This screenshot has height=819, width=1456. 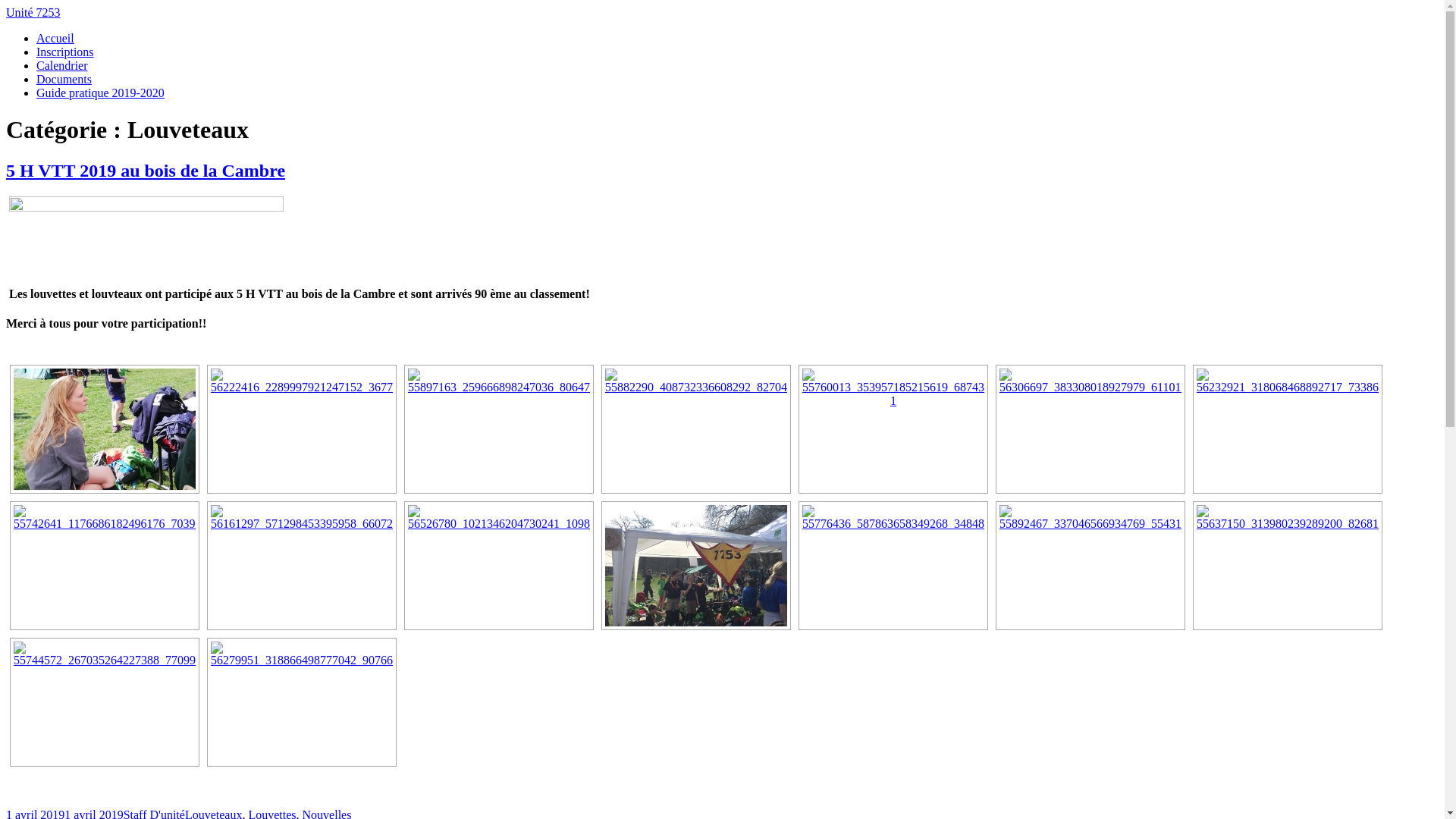 I want to click on '55882290_408732336608292_827043223254859776_n', so click(x=695, y=429).